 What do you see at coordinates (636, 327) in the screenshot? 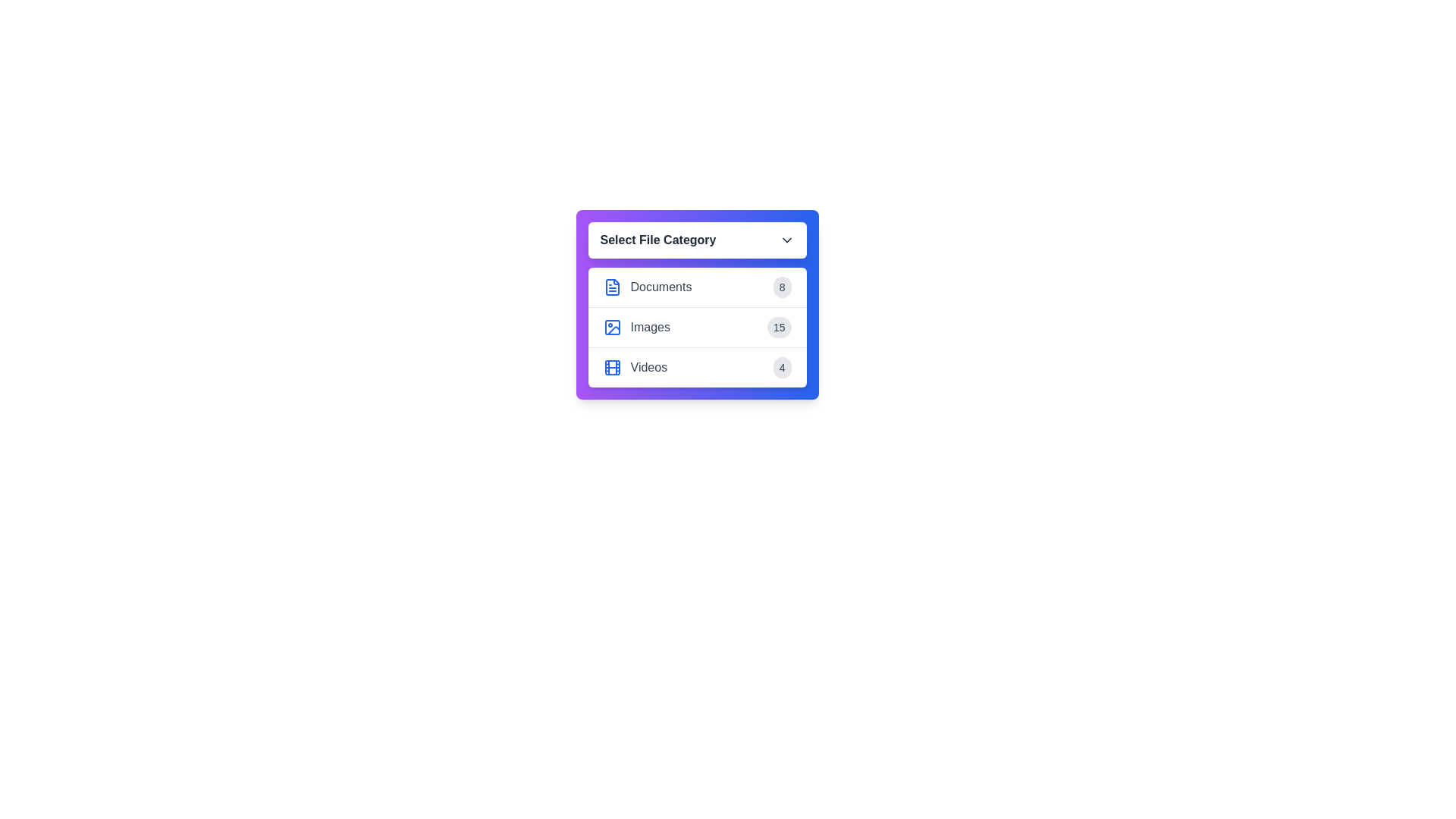
I see `the 'Images' category list item in the dropdown menu` at bounding box center [636, 327].